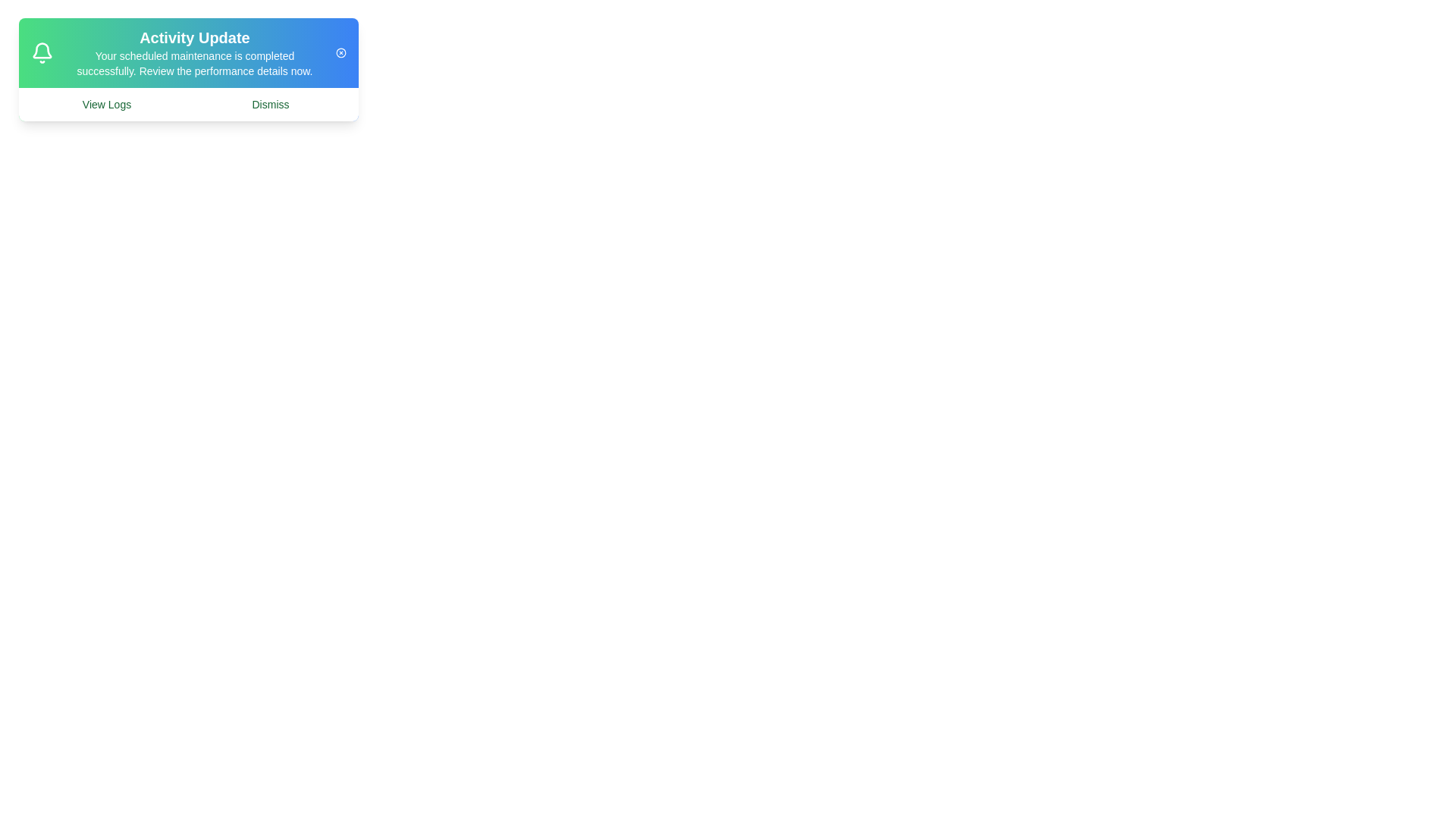 The image size is (1456, 819). Describe the element at coordinates (105, 104) in the screenshot. I see `the button View Logs to observe its hover effect` at that location.